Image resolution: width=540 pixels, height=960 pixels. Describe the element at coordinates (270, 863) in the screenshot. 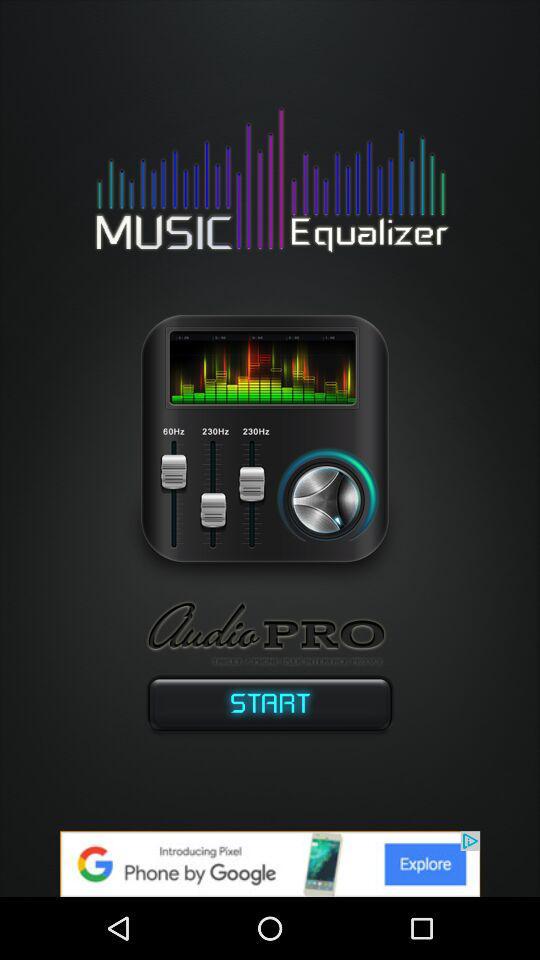

I see `explore advertisement` at that location.